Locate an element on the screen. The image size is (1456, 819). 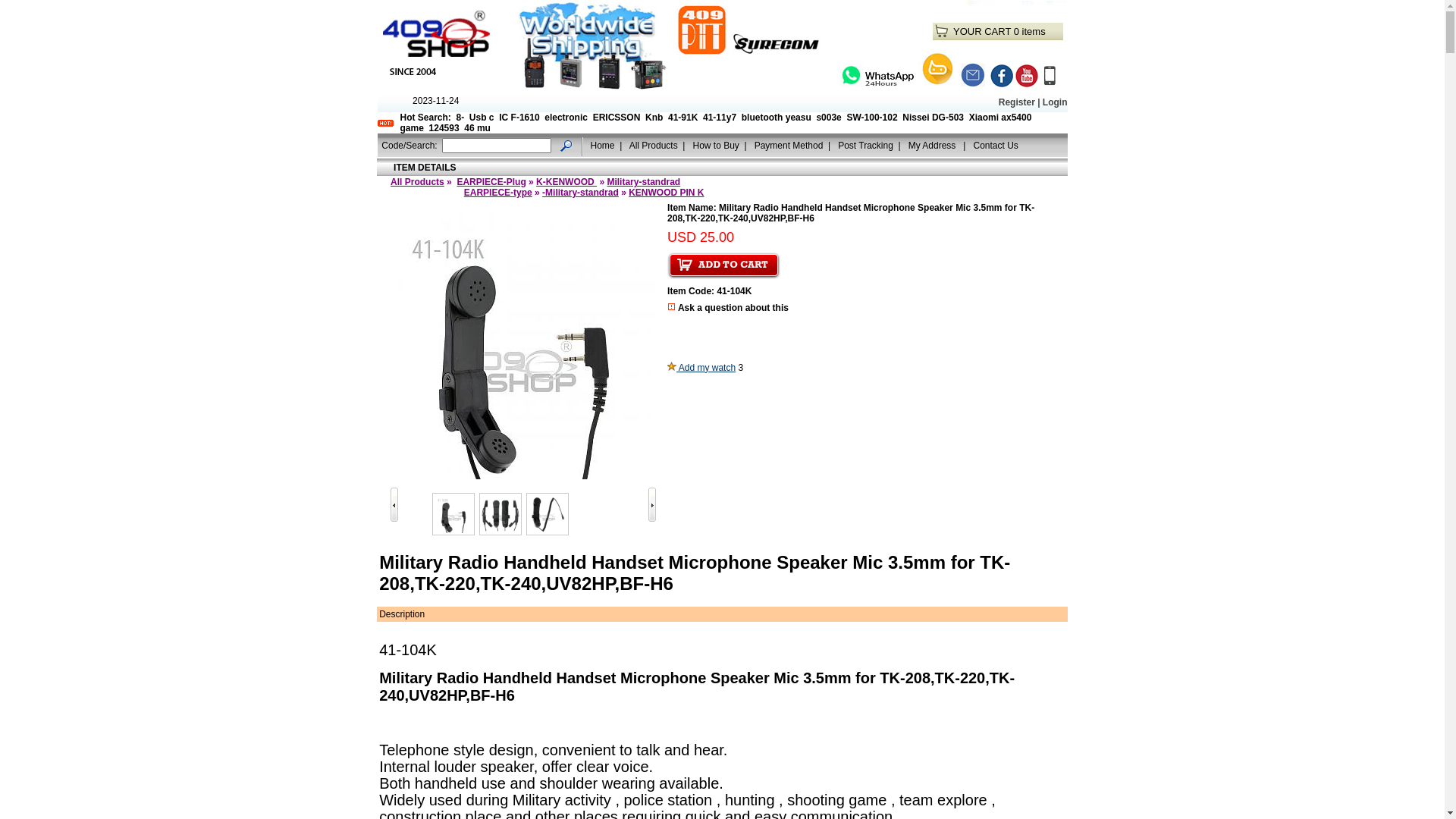
'41-91K' is located at coordinates (682, 116).